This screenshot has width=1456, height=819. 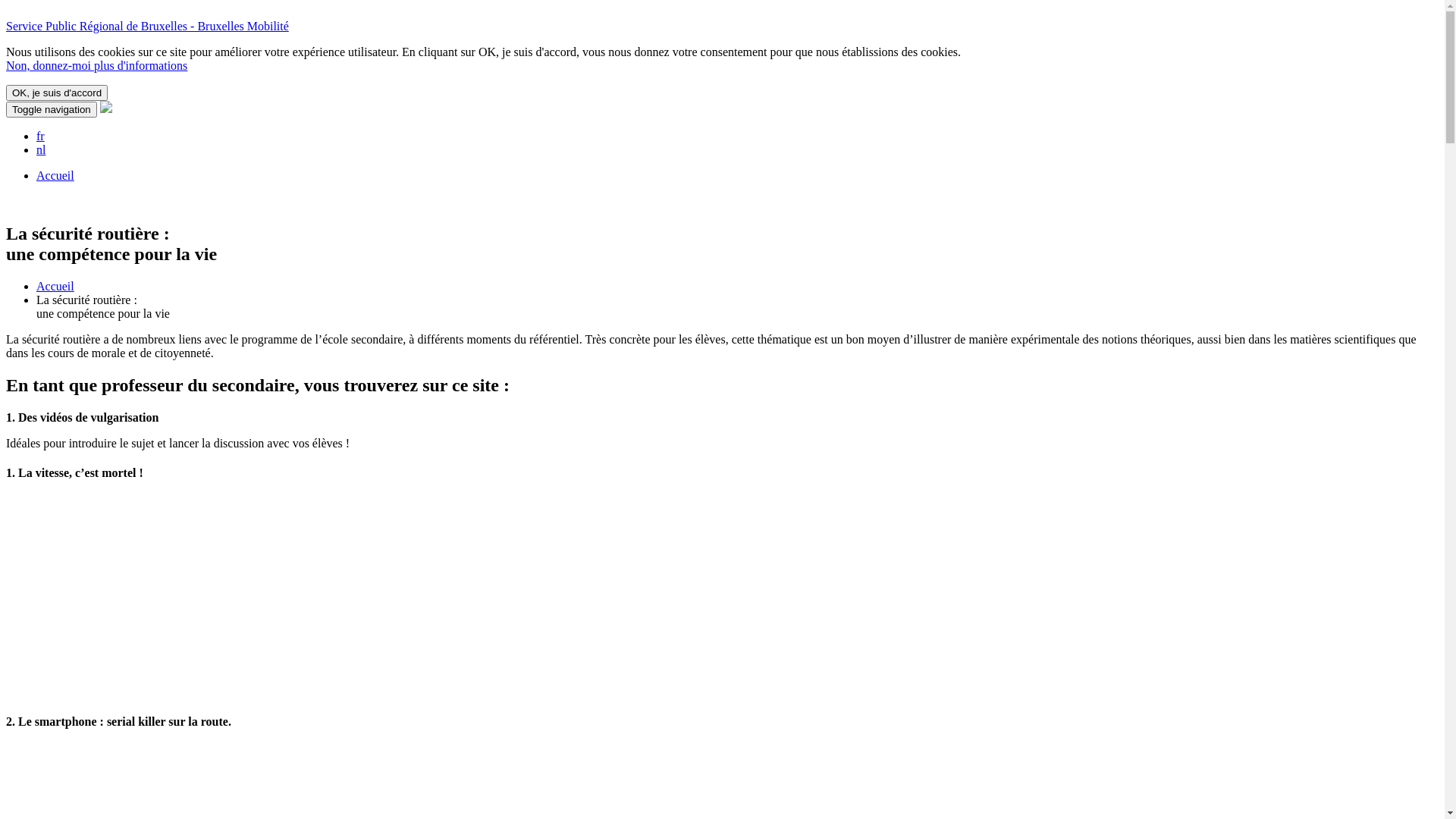 What do you see at coordinates (184, 595) in the screenshot?
I see `'YouTube video player'` at bounding box center [184, 595].